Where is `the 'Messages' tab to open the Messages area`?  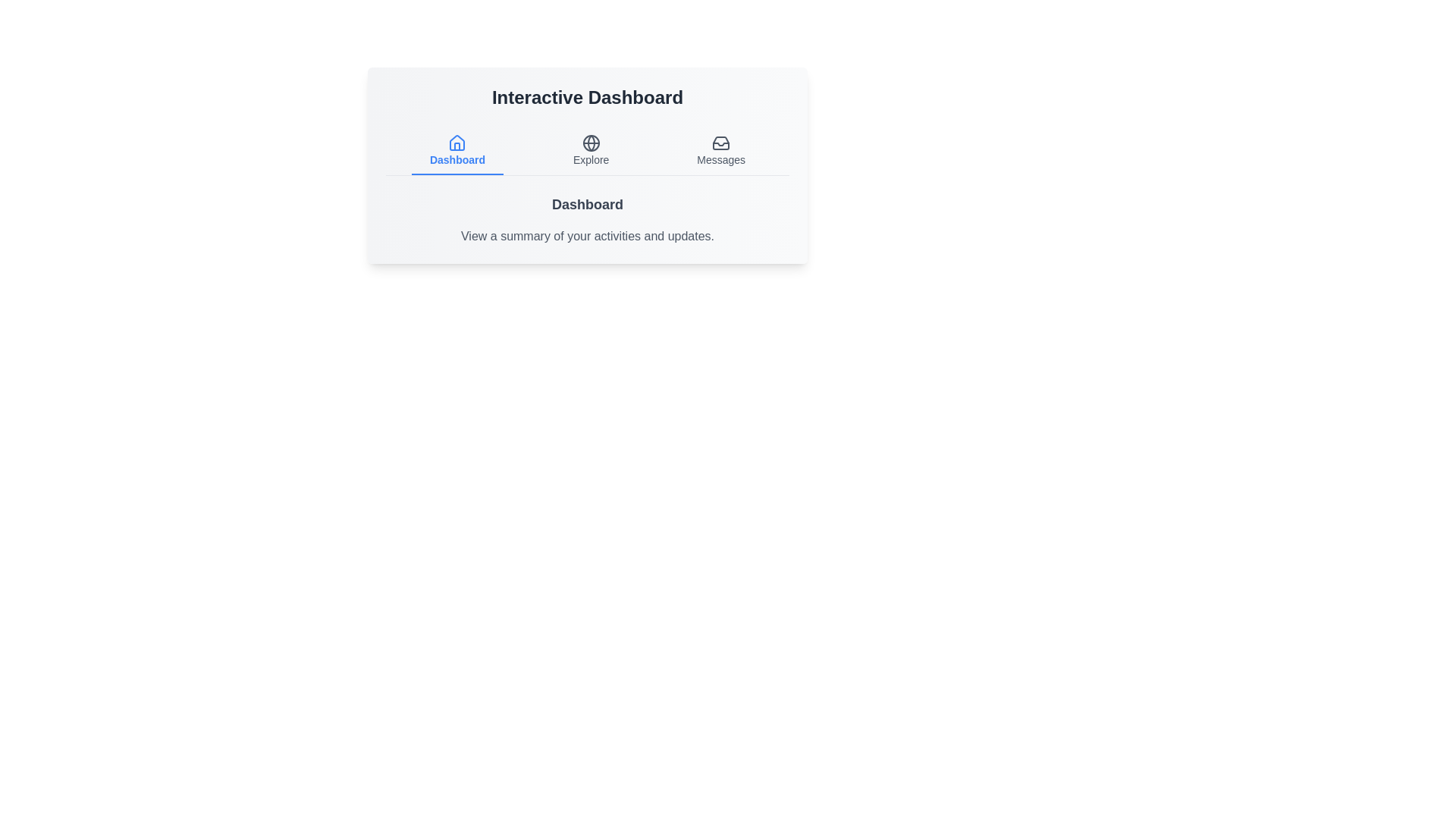
the 'Messages' tab to open the Messages area is located at coordinates (720, 152).